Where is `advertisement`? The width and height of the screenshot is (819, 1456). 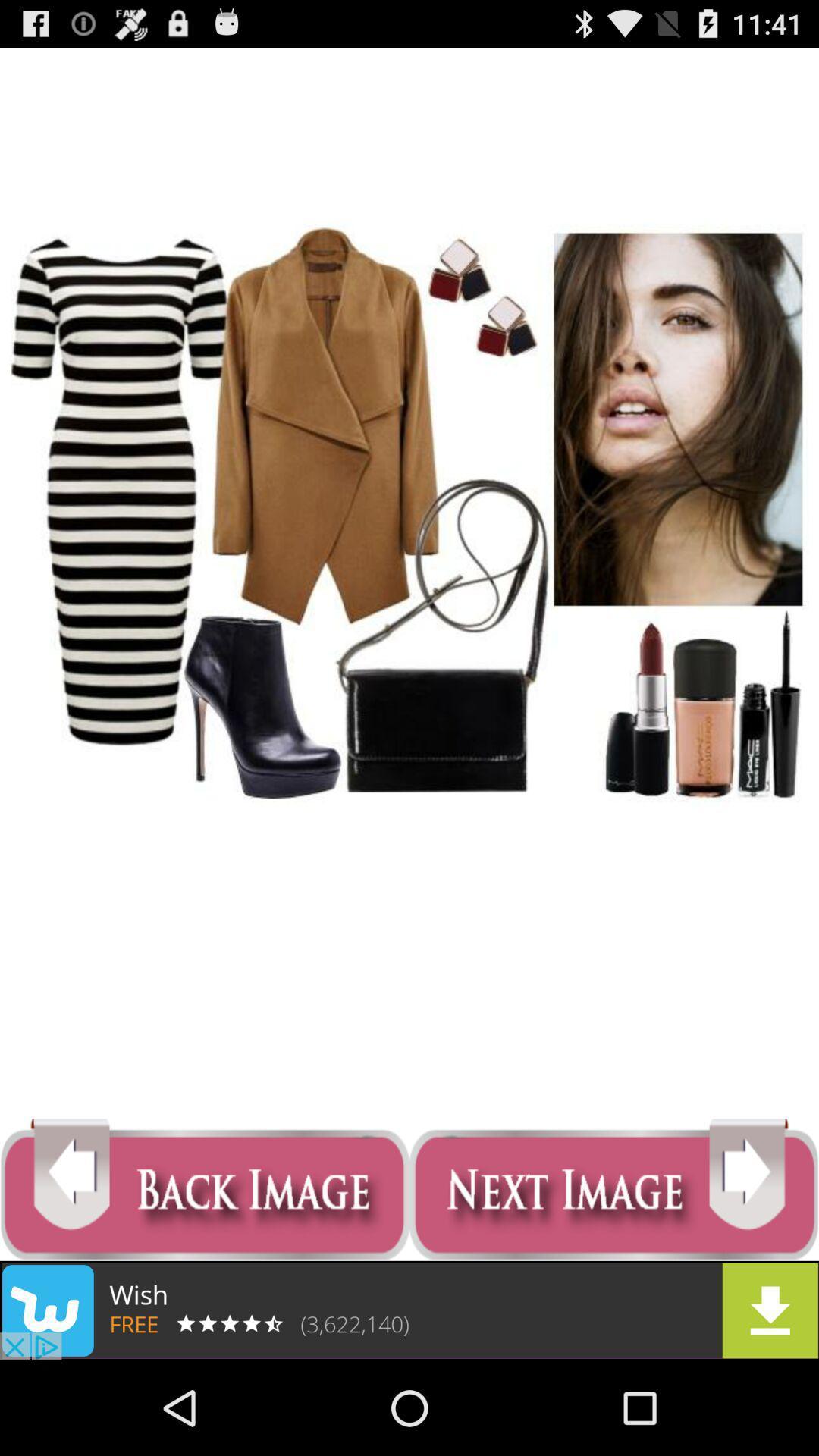 advertisement is located at coordinates (409, 1310).